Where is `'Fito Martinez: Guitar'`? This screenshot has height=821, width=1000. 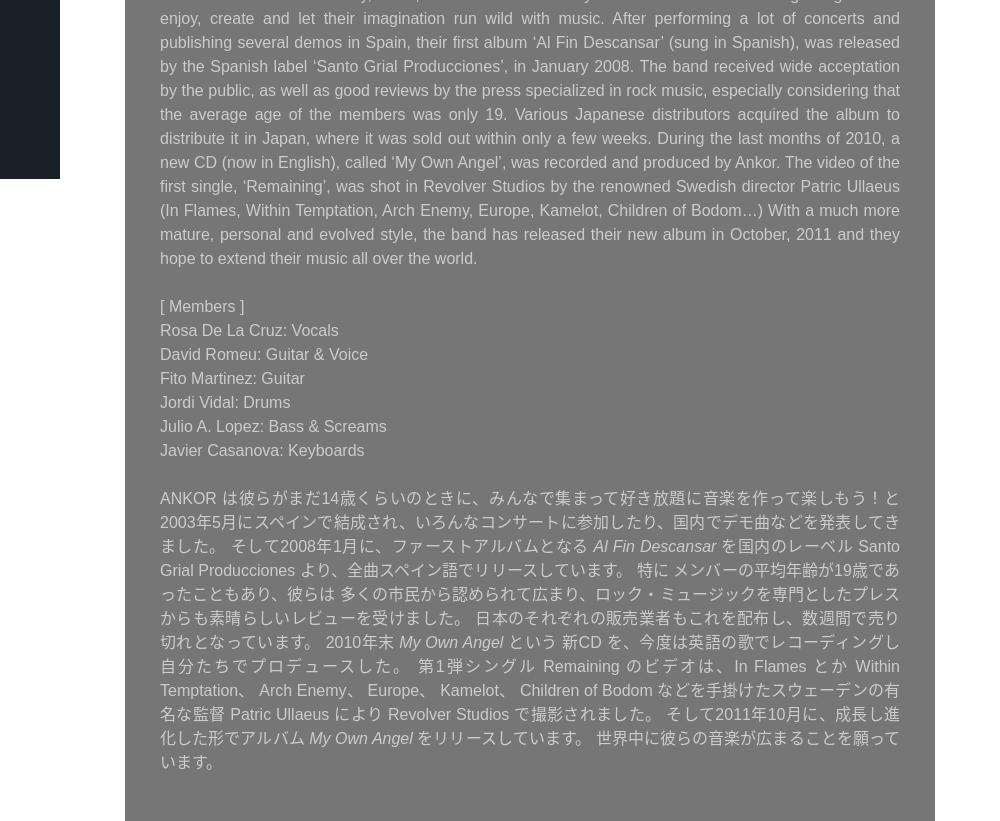 'Fito Martinez: Guitar' is located at coordinates (231, 377).